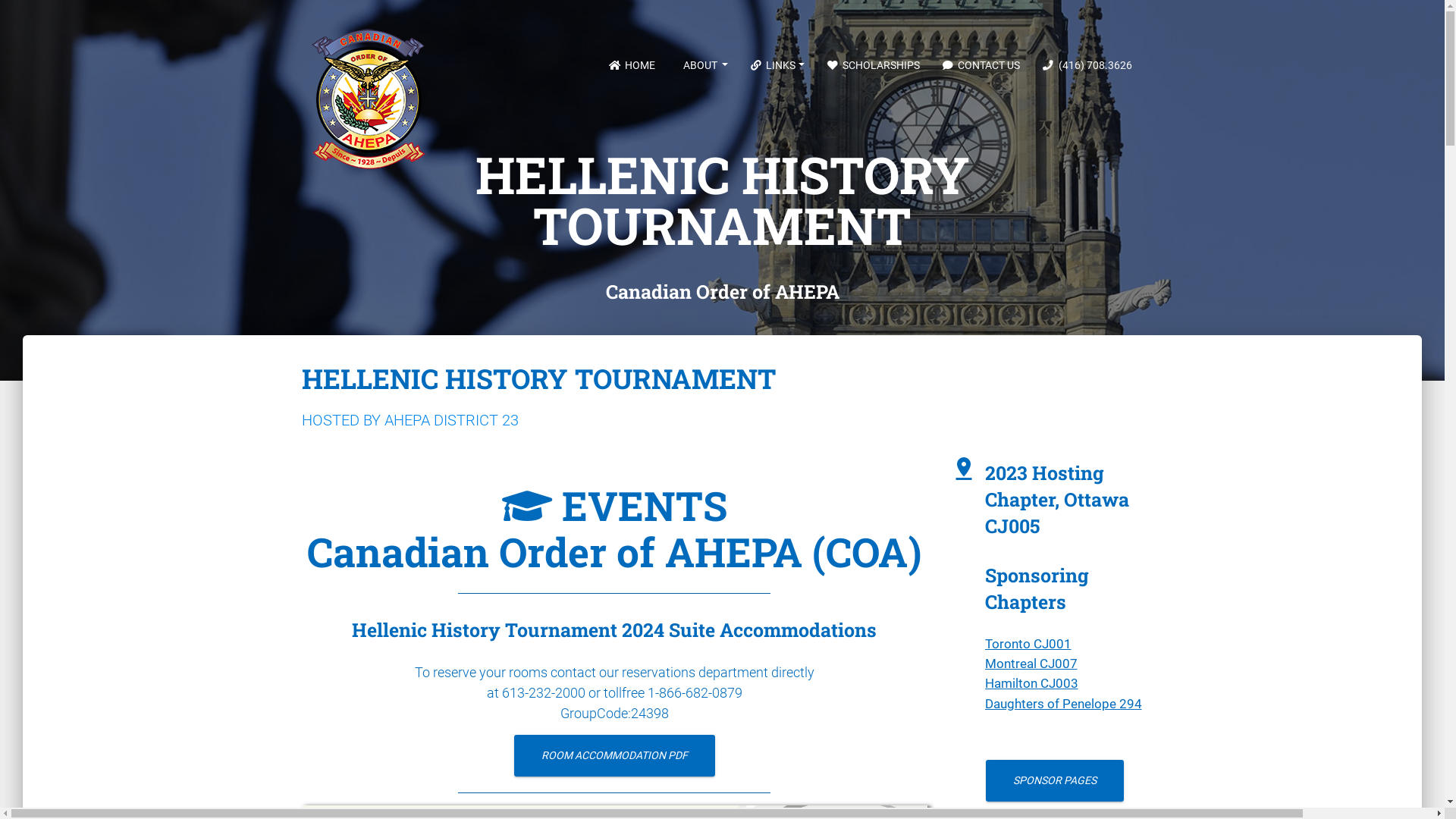 This screenshot has height=819, width=1456. What do you see at coordinates (930, 64) in the screenshot?
I see `'CONTACT US'` at bounding box center [930, 64].